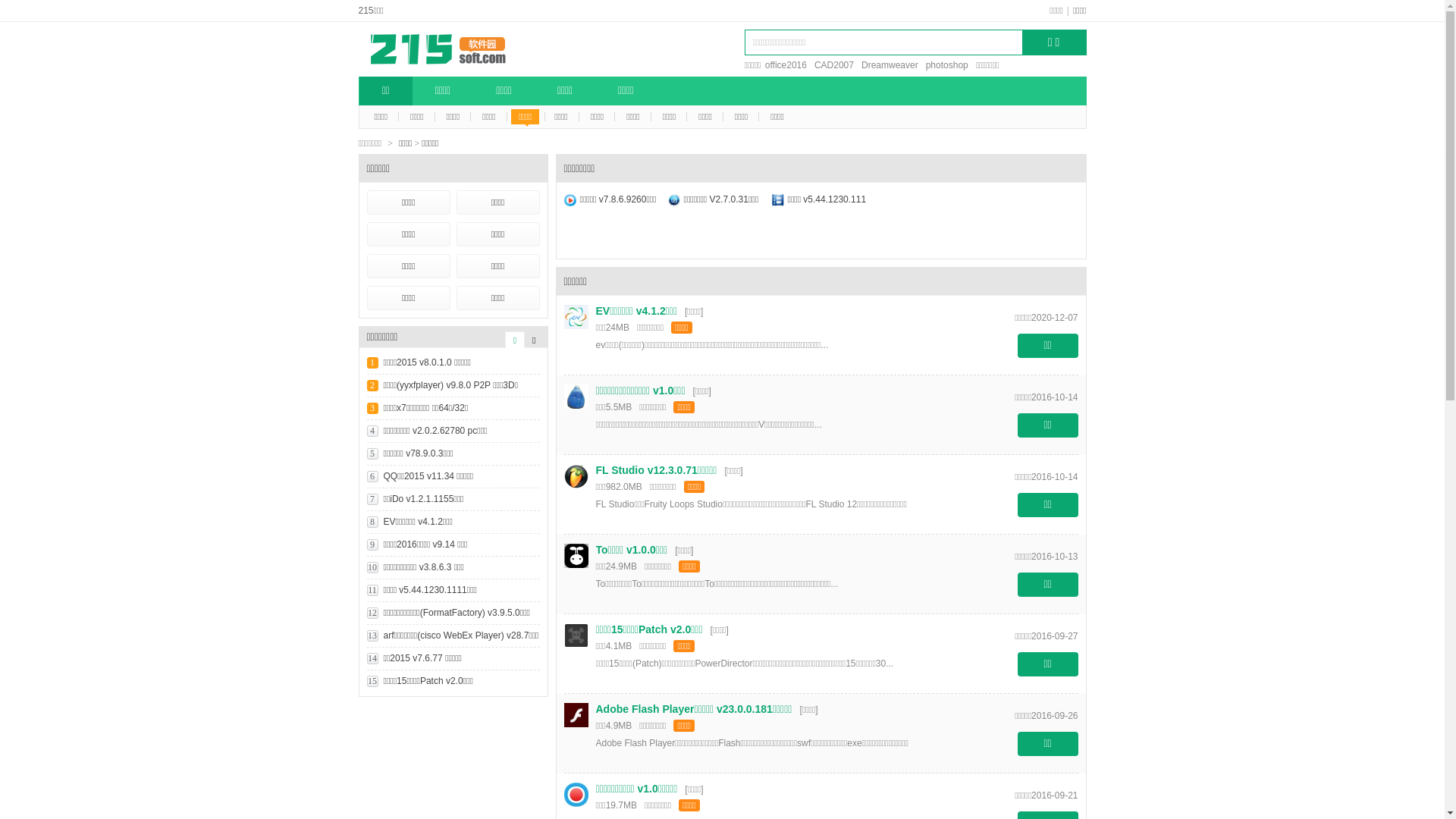 The image size is (1456, 819). Describe the element at coordinates (786, 64) in the screenshot. I see `'office2016'` at that location.